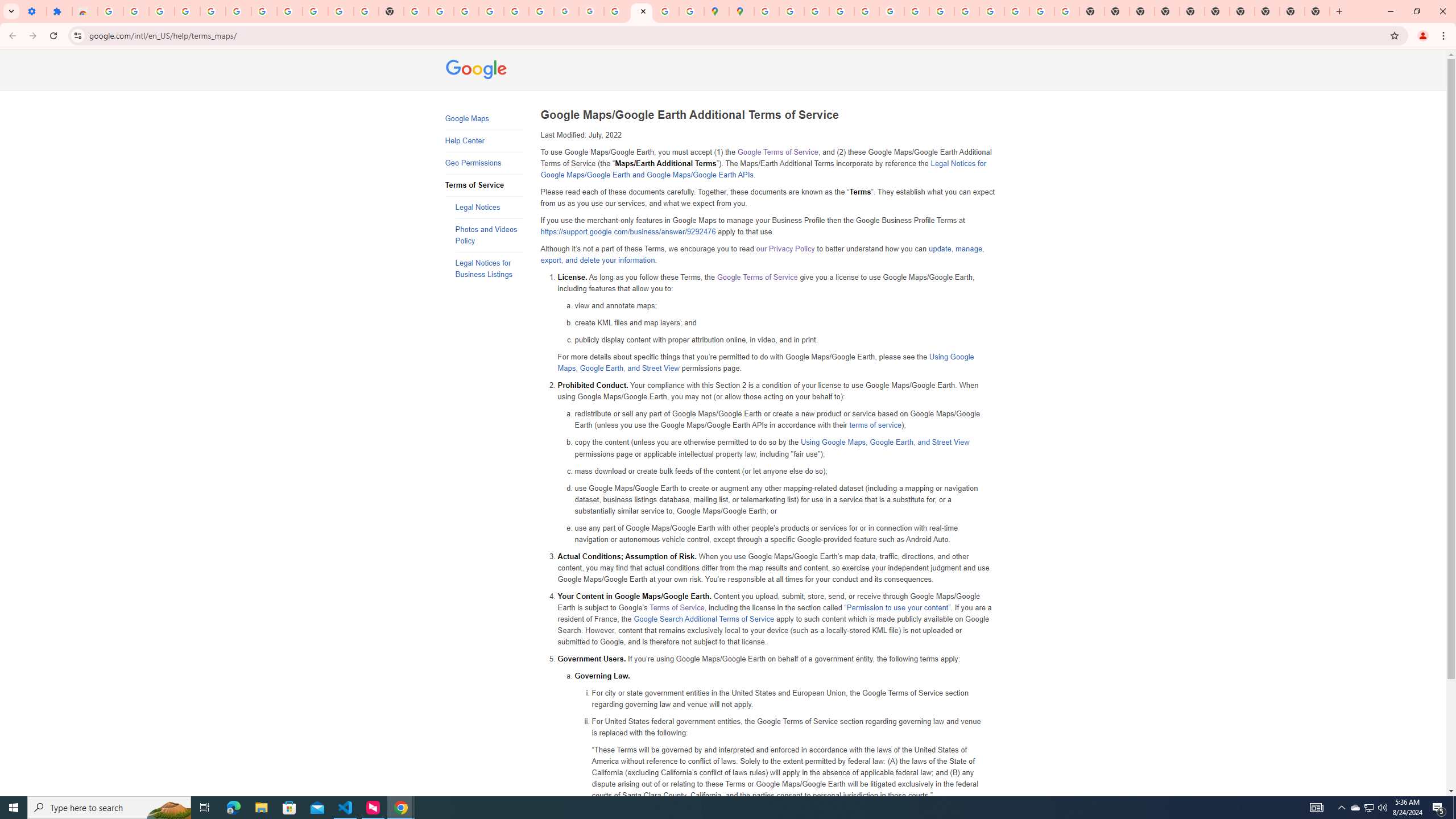 This screenshot has height=819, width=1456. I want to click on 'New Tab', so click(1317, 11).